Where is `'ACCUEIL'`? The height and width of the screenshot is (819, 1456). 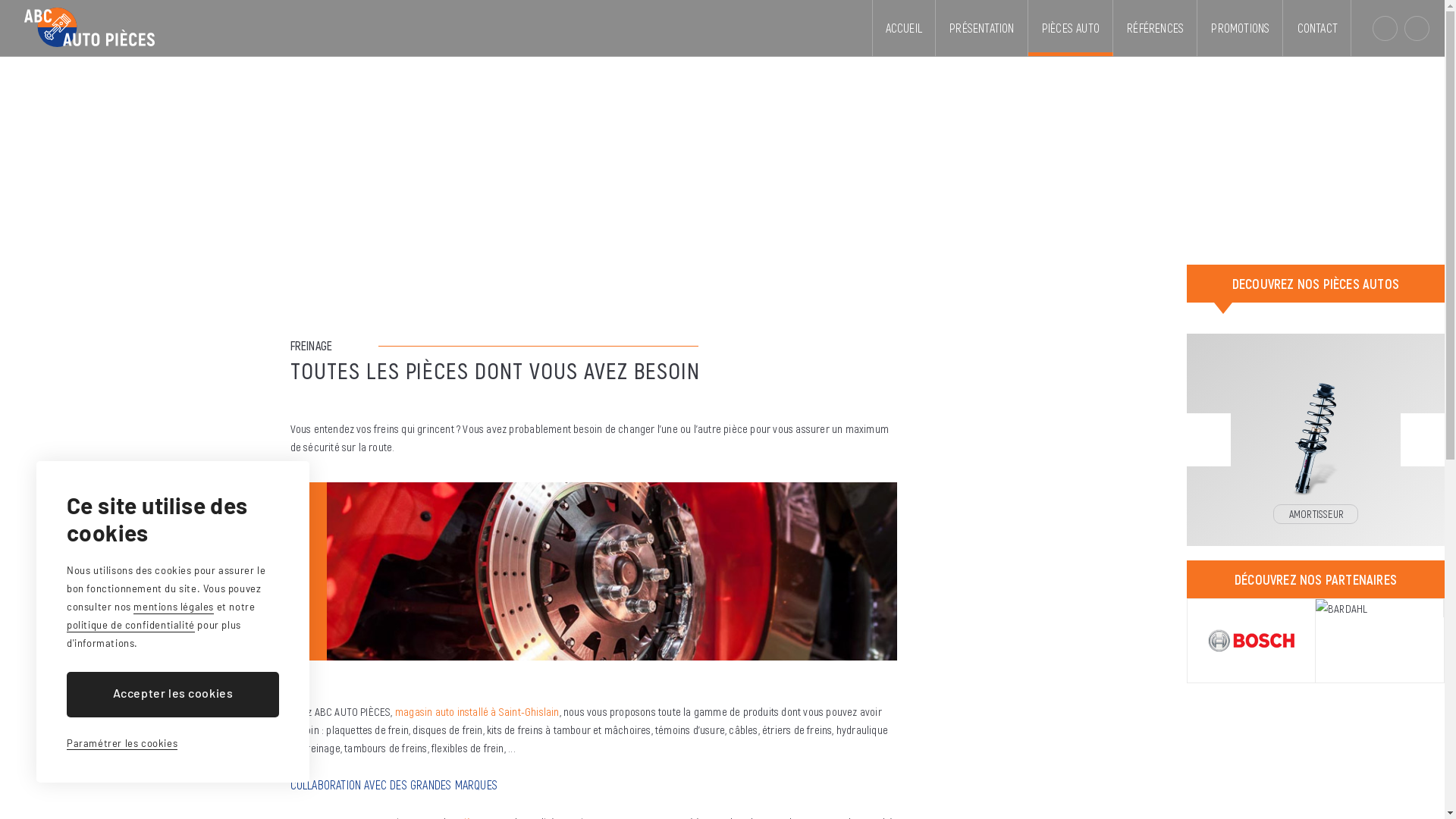
'ACCUEIL' is located at coordinates (903, 28).